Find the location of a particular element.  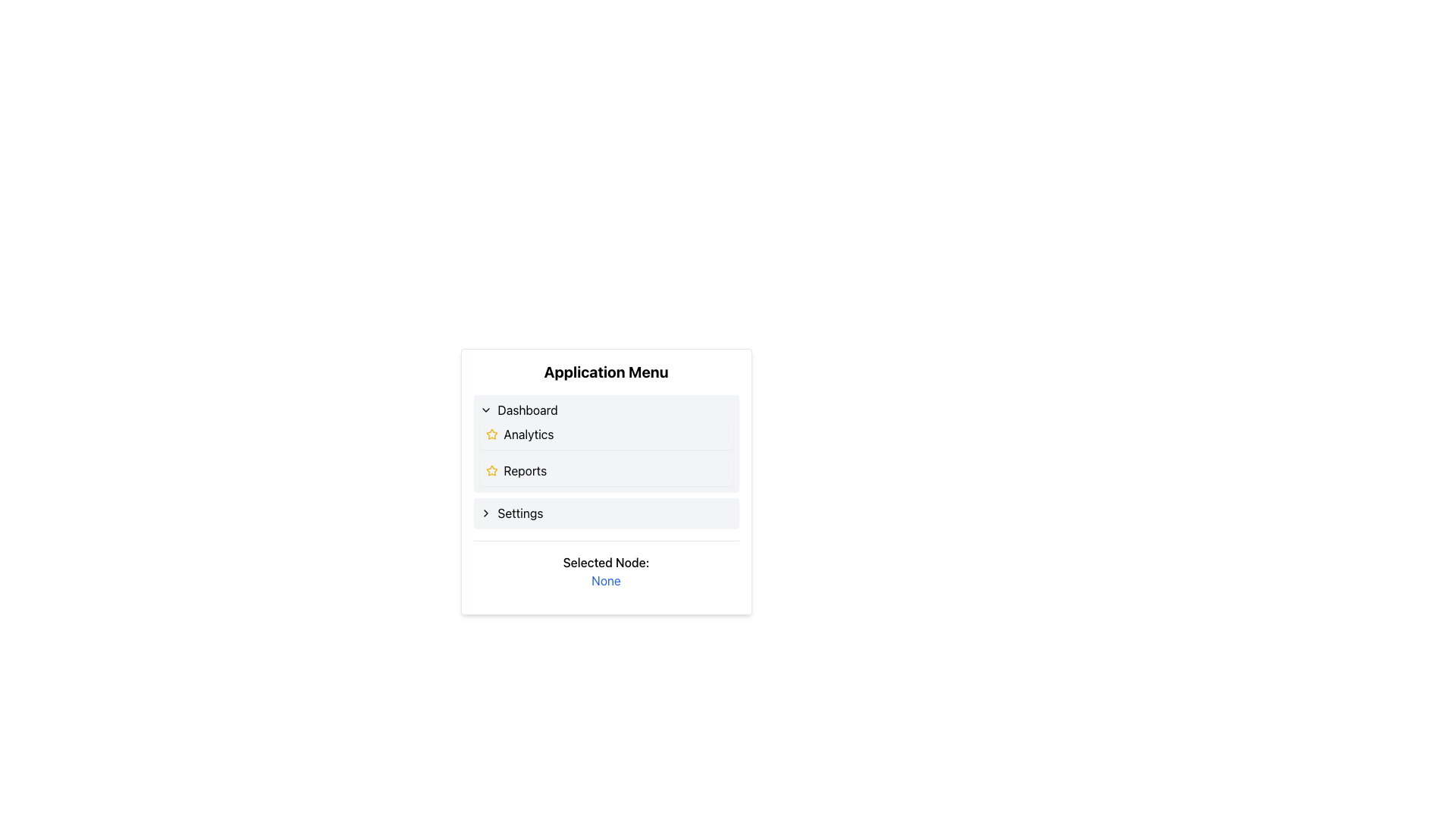

the 'Settings' row in the 'Application Menu' modal is located at coordinates (605, 507).